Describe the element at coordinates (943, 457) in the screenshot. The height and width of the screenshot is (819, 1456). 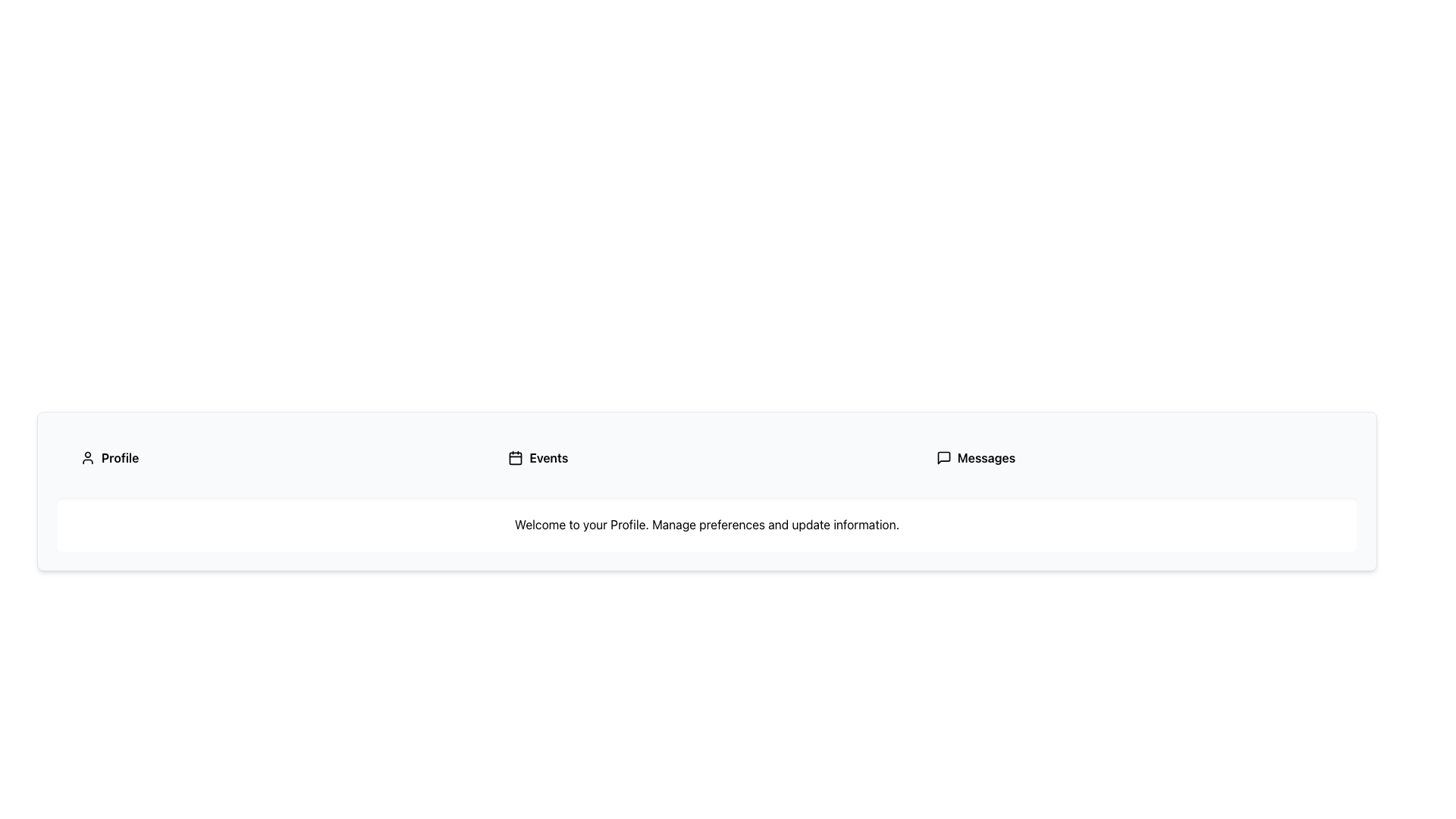
I see `the messaging icon located on the left side of the 'Messages' text in the highlighted section of the navigation bar` at that location.